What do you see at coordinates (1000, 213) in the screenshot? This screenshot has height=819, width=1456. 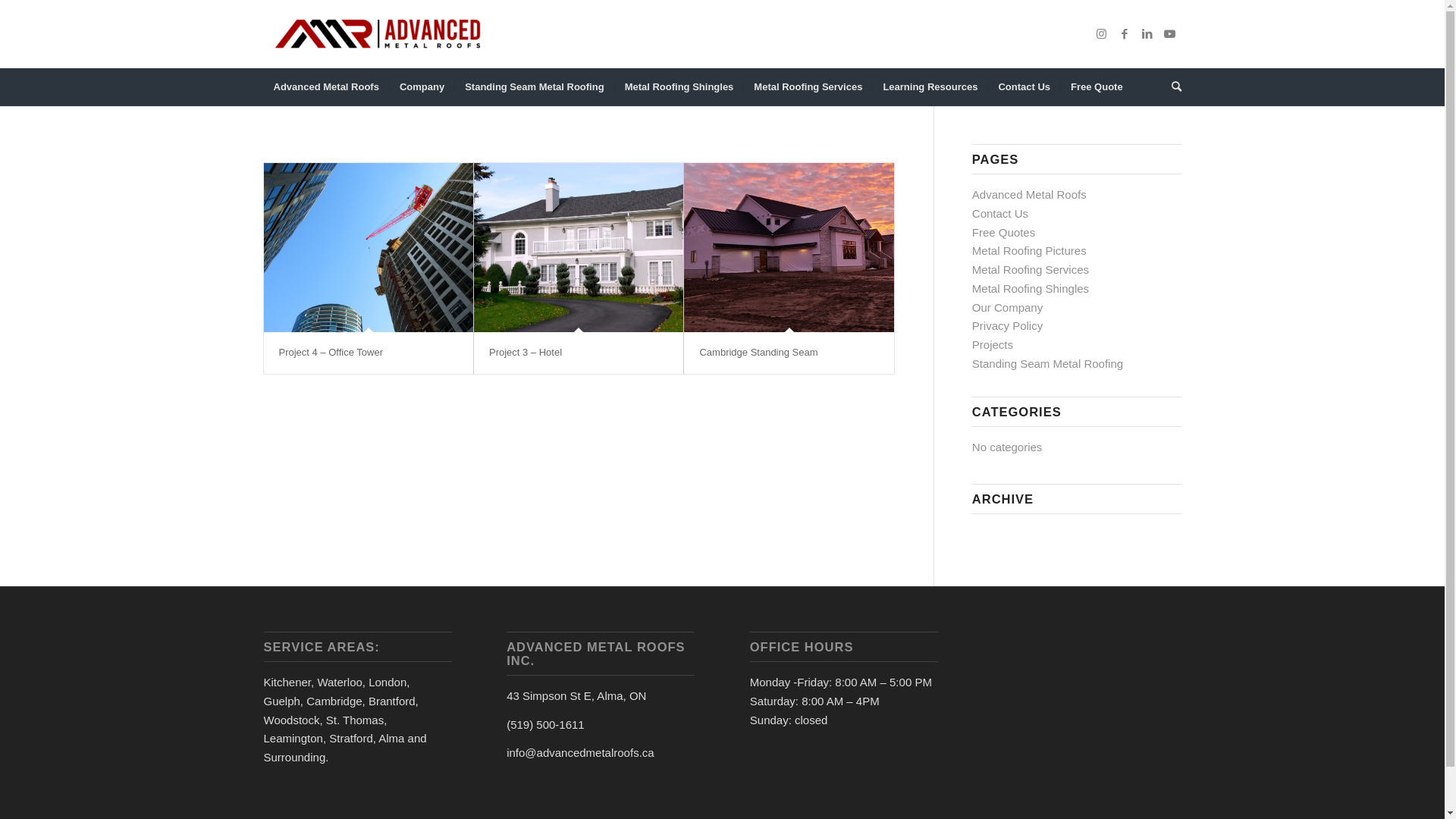 I see `'Contact Us'` at bounding box center [1000, 213].